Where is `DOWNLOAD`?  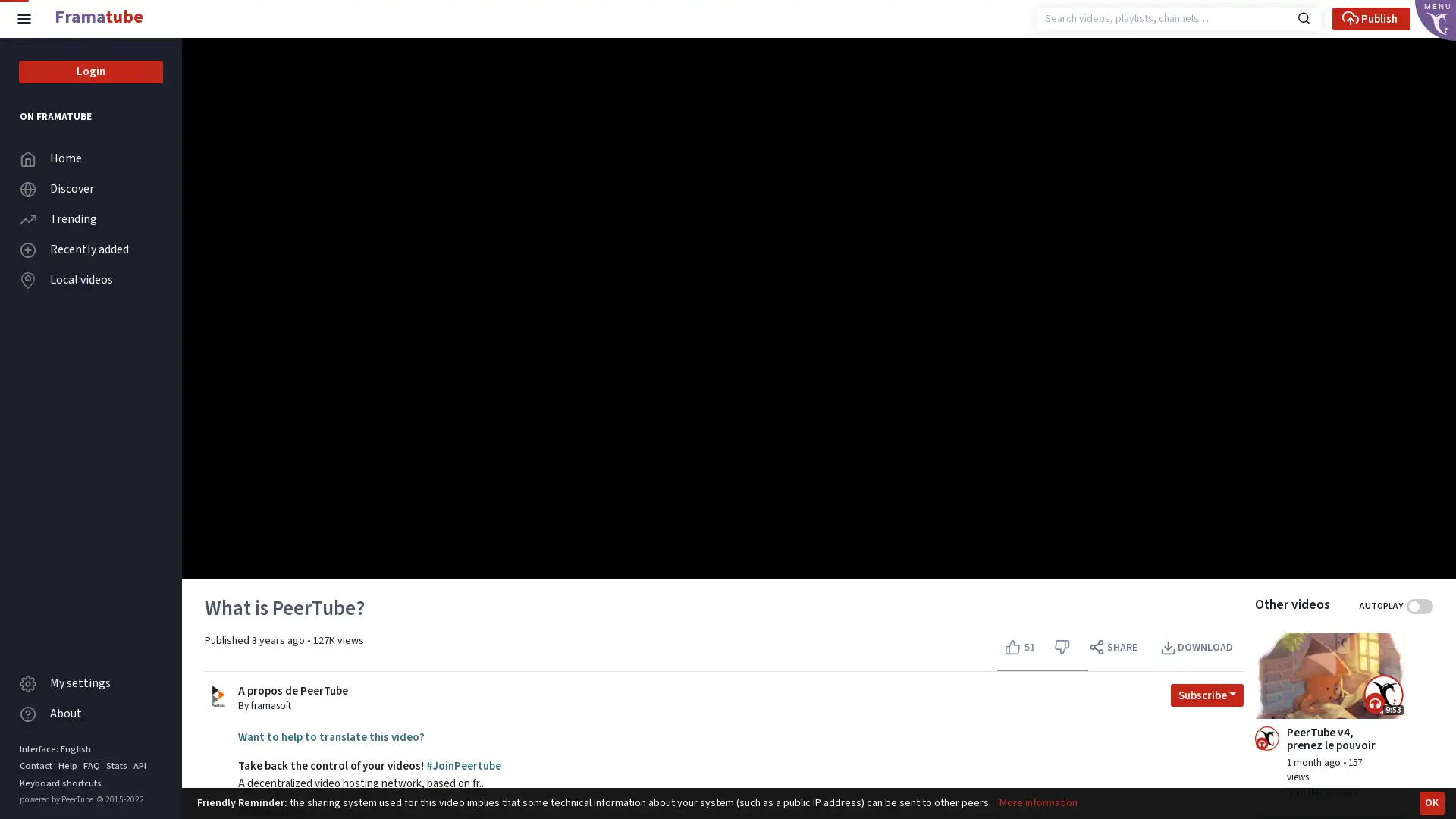 DOWNLOAD is located at coordinates (1197, 647).